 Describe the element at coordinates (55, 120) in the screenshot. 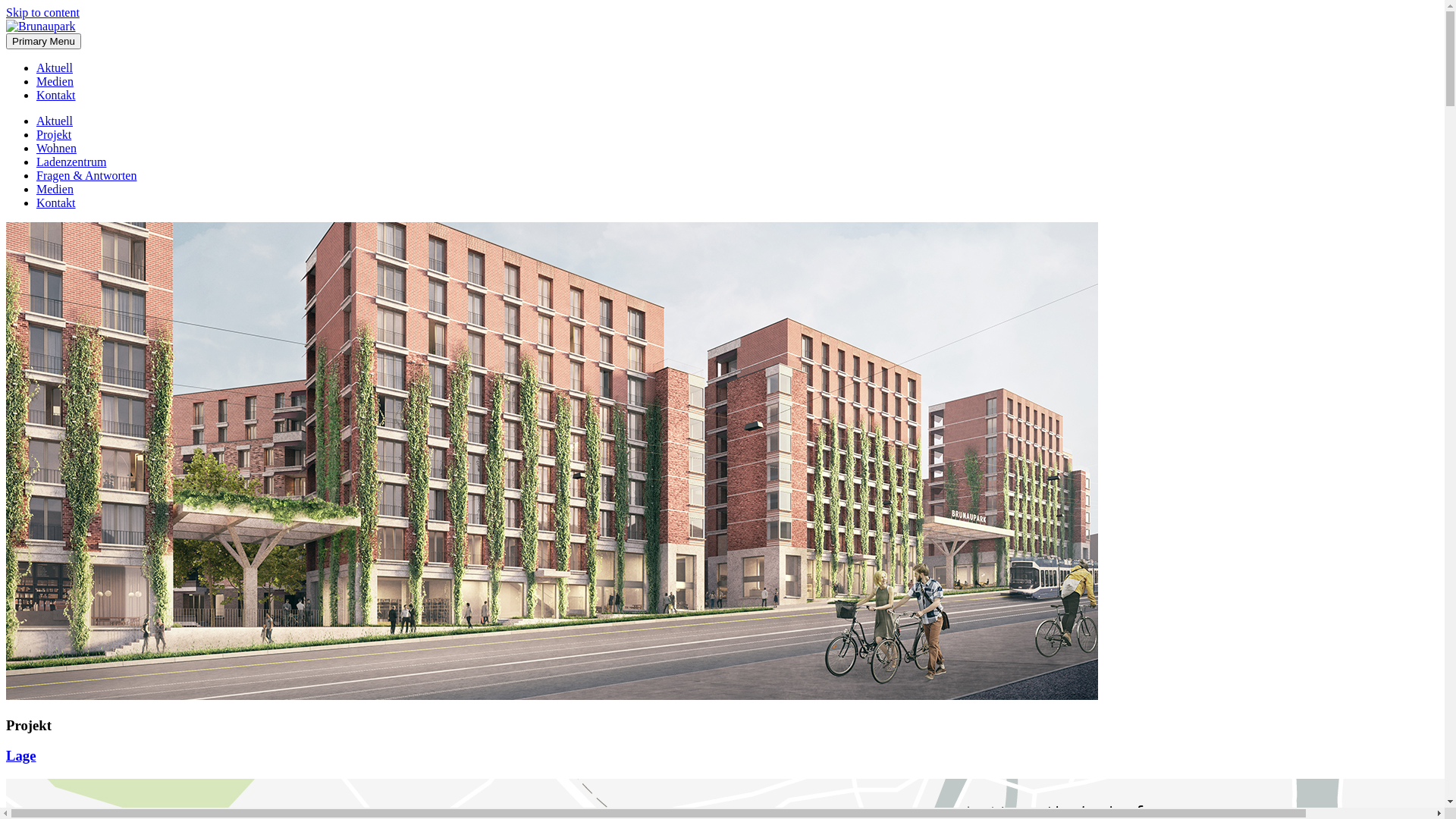

I see `'Aktuell'` at that location.